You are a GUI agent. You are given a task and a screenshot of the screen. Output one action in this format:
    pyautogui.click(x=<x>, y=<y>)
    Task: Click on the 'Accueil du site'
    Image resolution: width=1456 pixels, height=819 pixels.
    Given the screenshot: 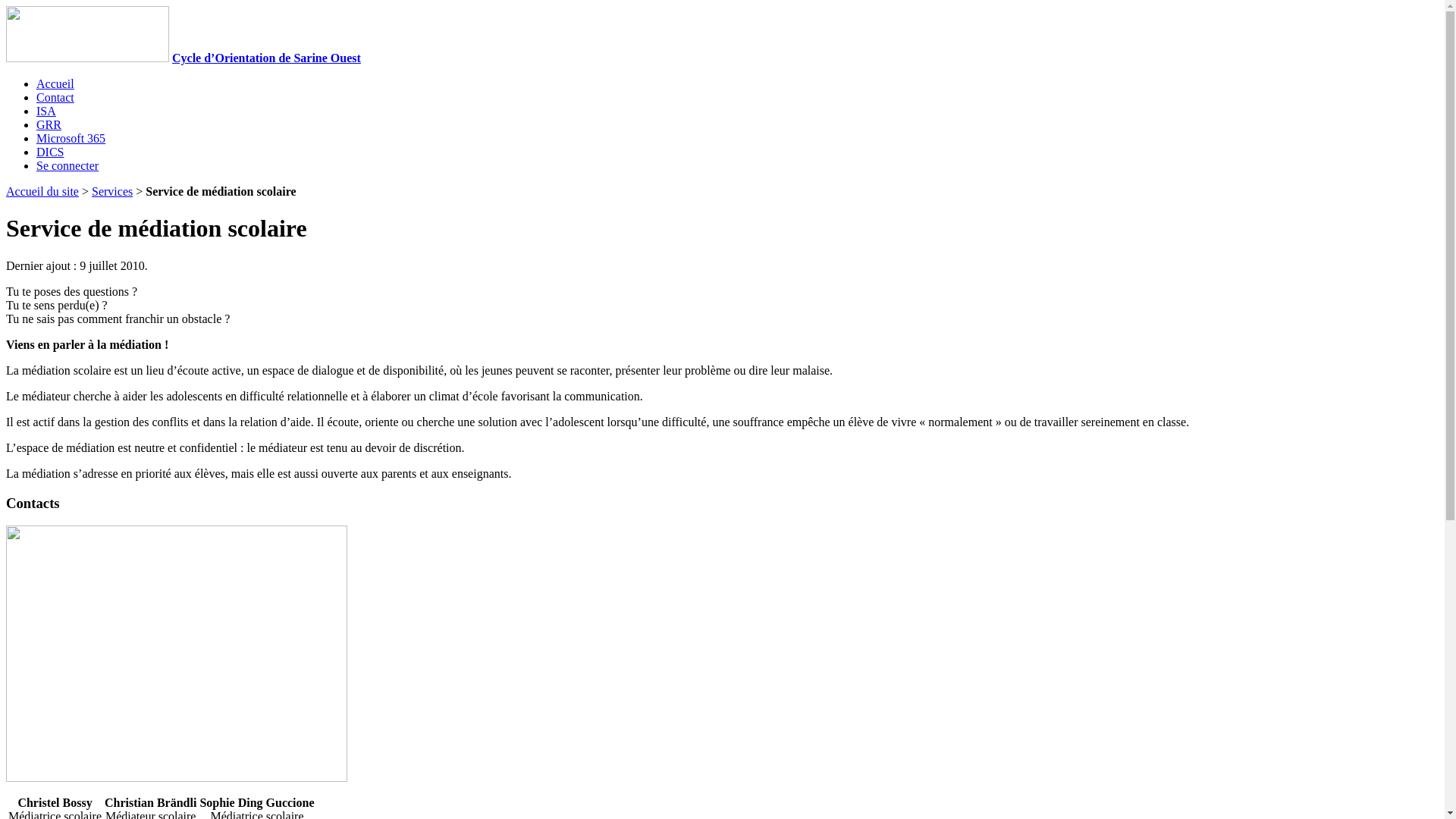 What is the action you would take?
    pyautogui.click(x=86, y=57)
    